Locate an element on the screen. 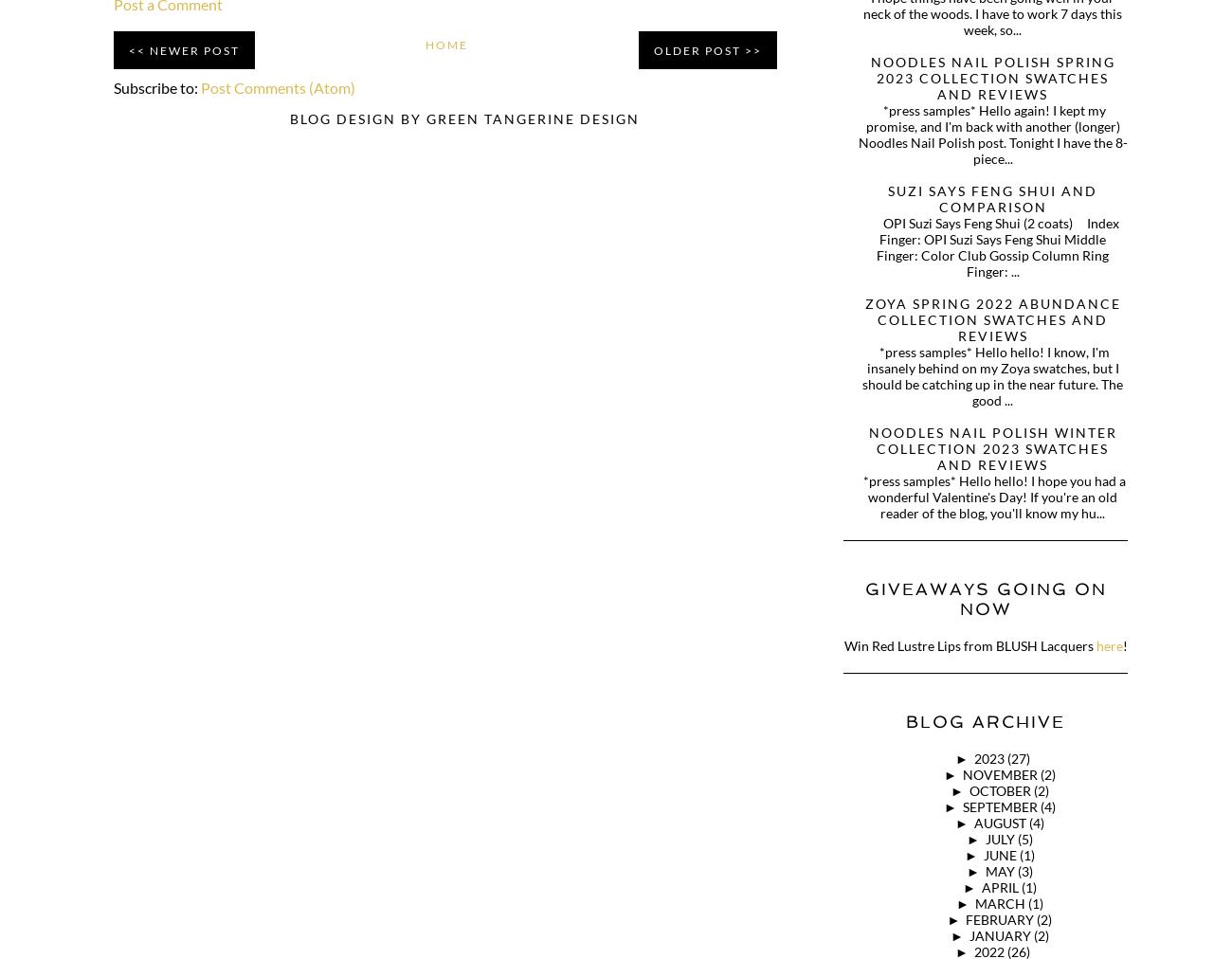 The height and width of the screenshot is (959, 1232). 'GREEN TANGERINE DESIGN' is located at coordinates (425, 117).